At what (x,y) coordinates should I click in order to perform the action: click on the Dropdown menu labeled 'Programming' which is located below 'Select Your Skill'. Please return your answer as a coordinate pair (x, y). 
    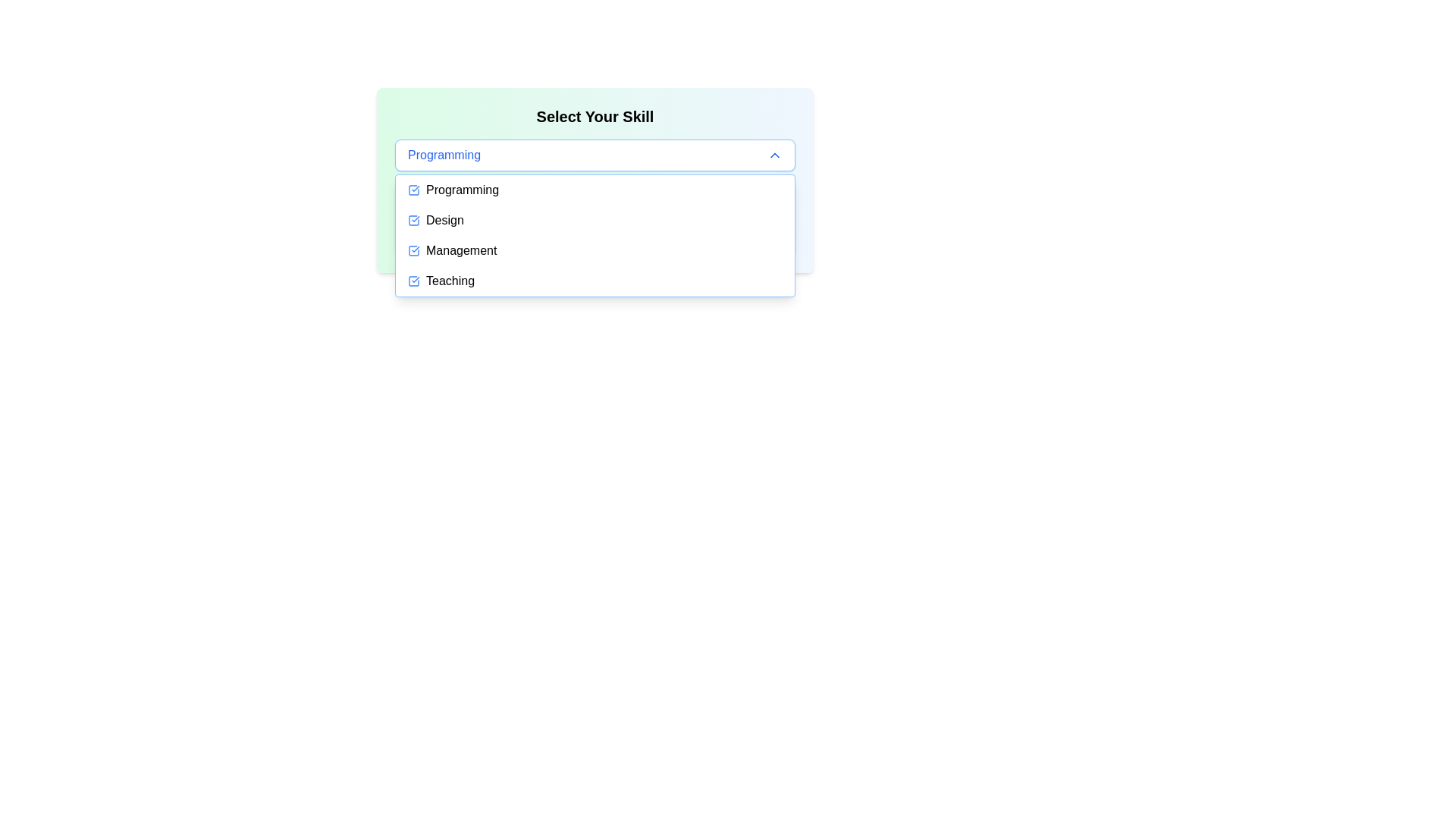
    Looking at the image, I should click on (595, 155).